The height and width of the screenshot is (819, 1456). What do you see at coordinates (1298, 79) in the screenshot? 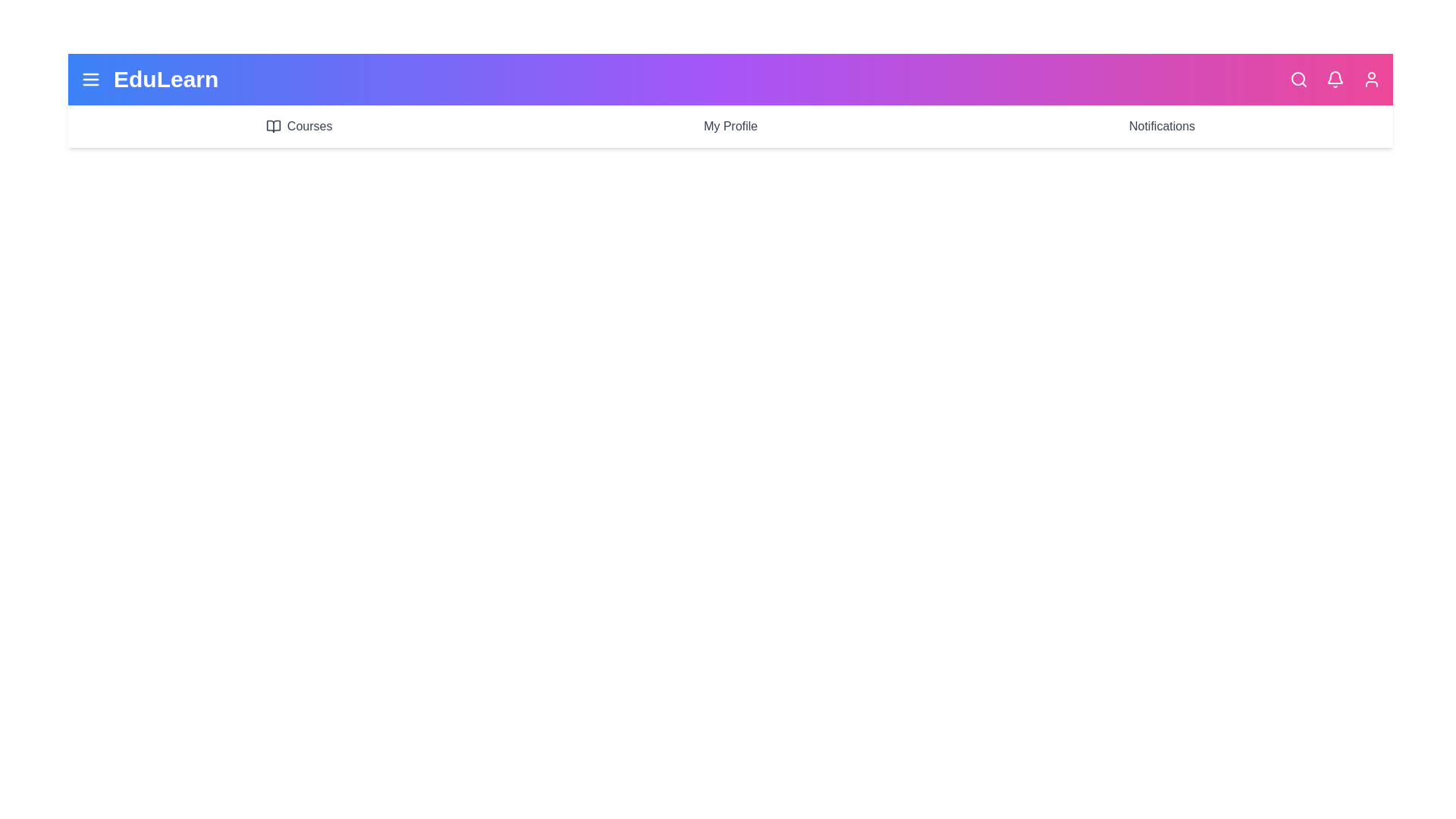
I see `the search icon to activate the search functionality` at bounding box center [1298, 79].